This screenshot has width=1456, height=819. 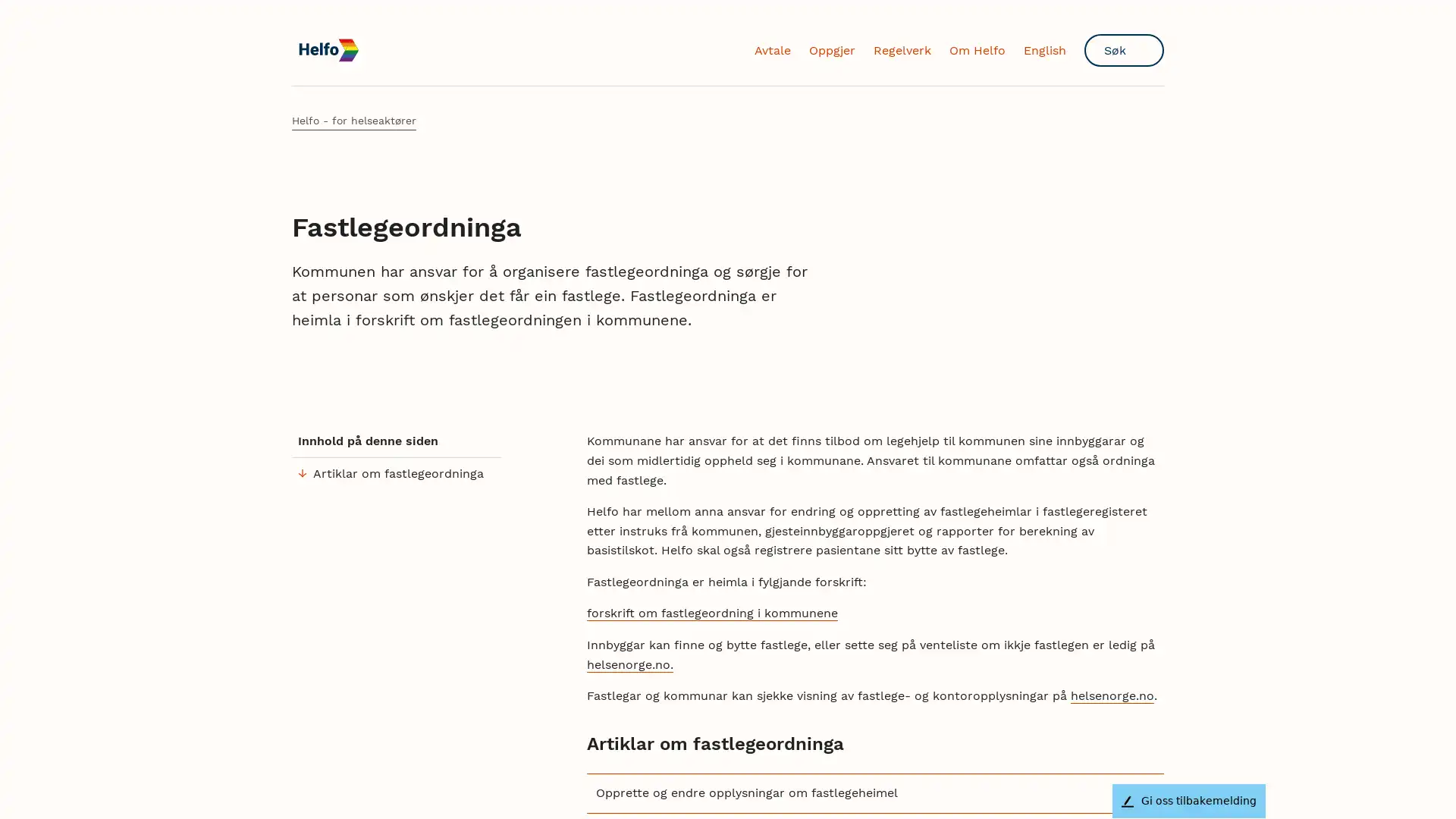 I want to click on Sk, so click(x=1124, y=49).